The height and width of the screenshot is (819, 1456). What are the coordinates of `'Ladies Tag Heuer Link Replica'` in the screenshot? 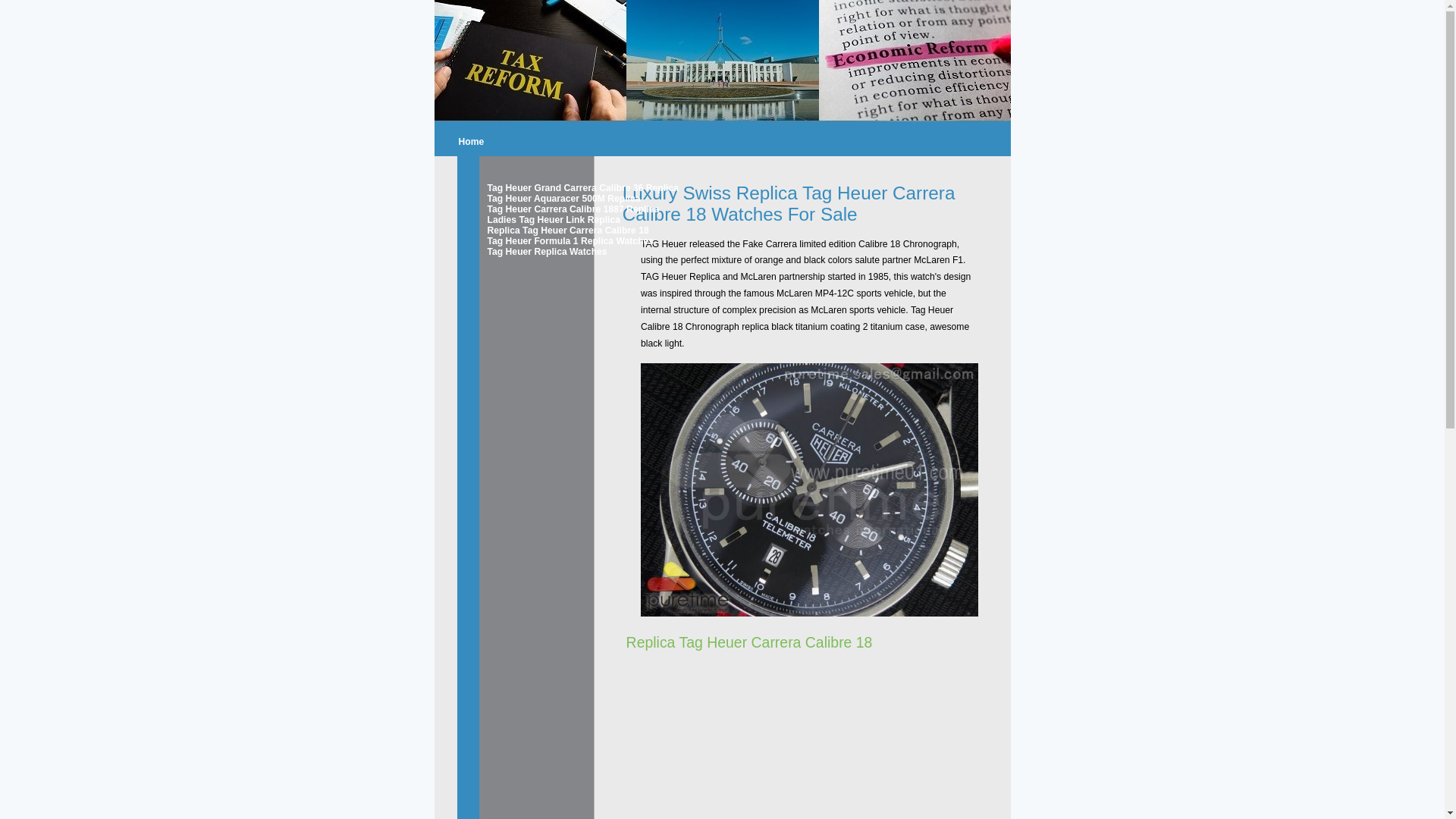 It's located at (539, 219).